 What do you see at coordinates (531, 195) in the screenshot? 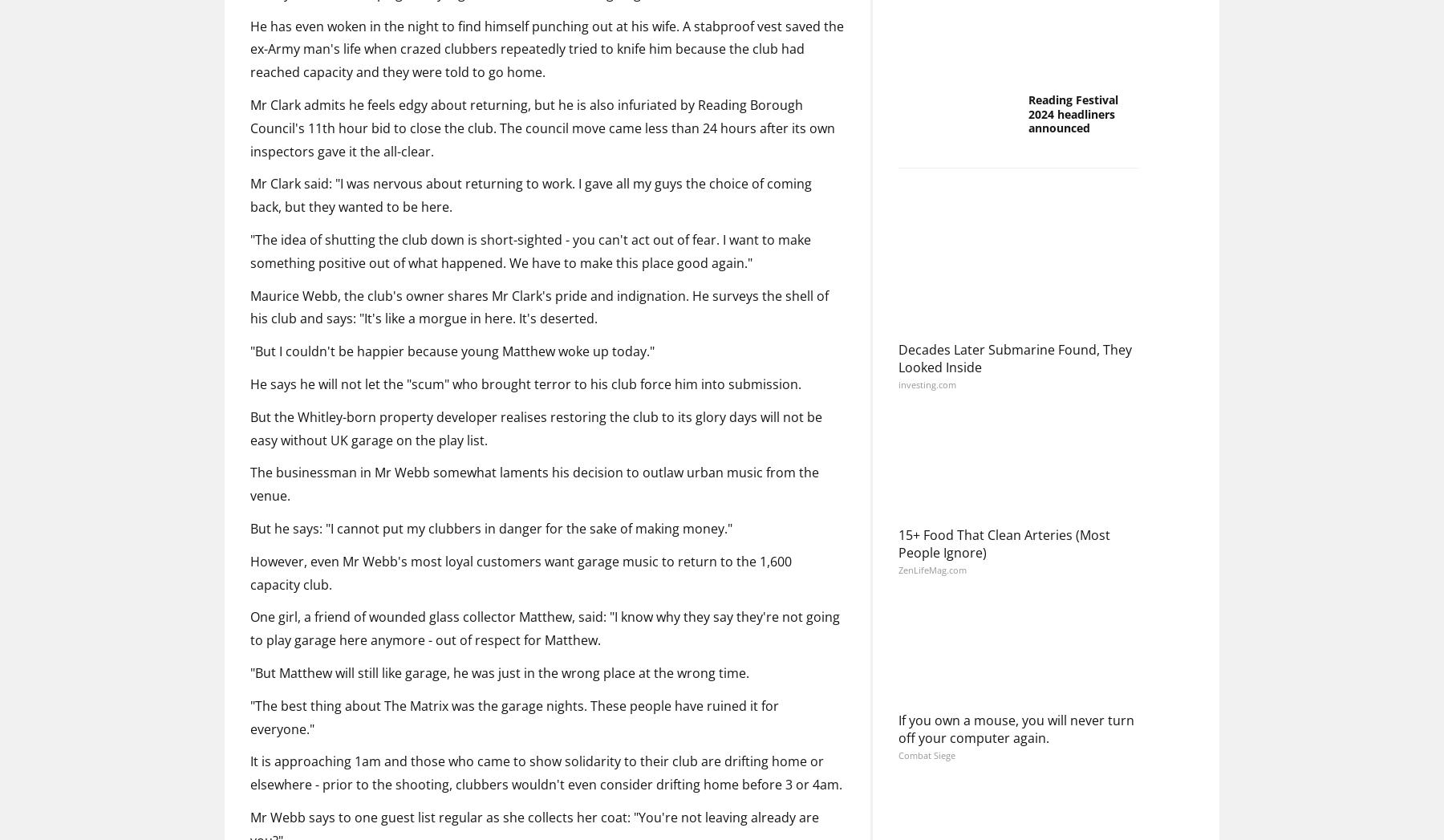
I see `'Mr Clark said: "I was nervous about returning to work. I gave all my guys the choice of coming back, but they wanted to be here.'` at bounding box center [531, 195].